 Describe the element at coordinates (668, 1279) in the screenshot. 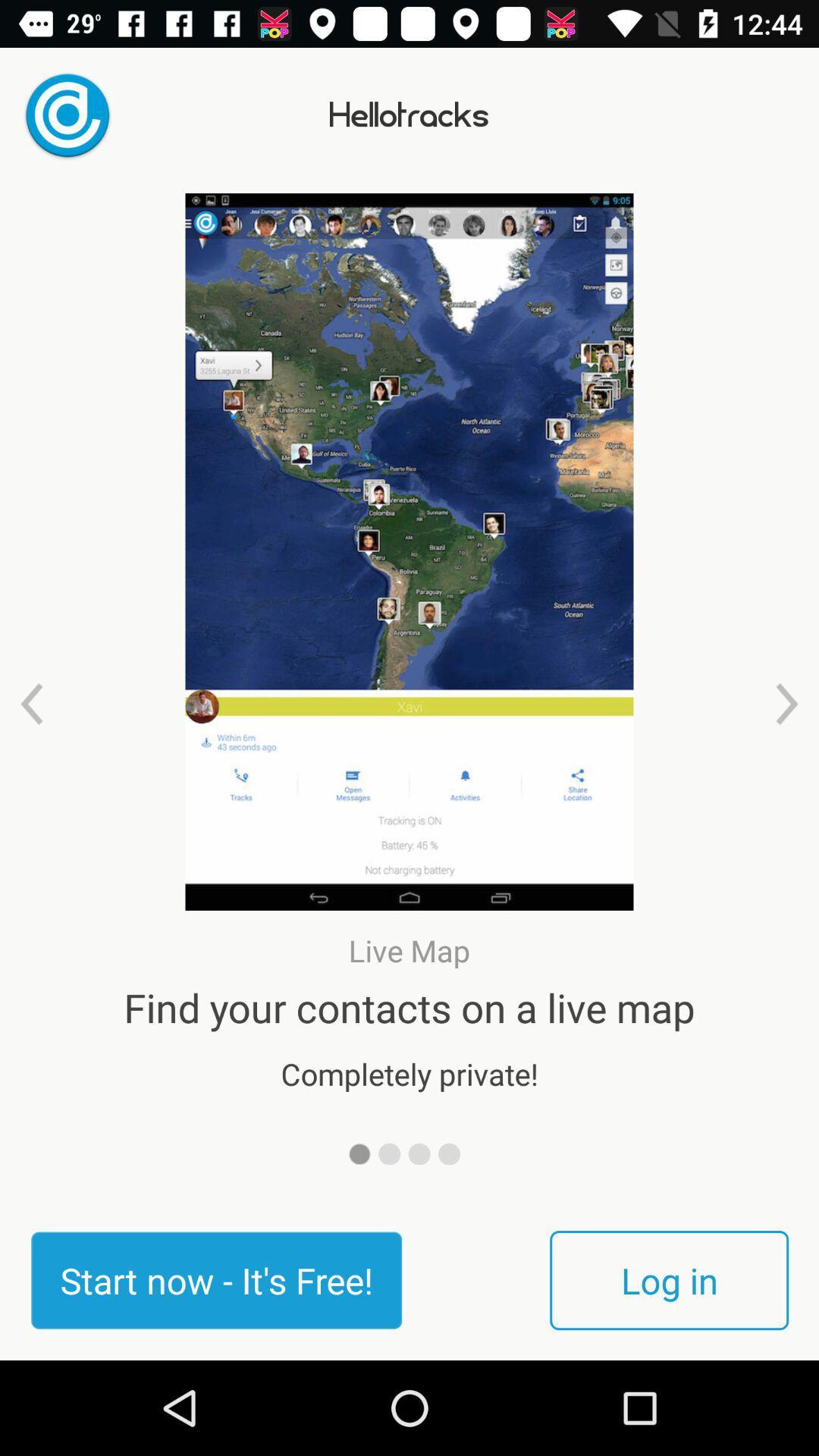

I see `log in item` at that location.